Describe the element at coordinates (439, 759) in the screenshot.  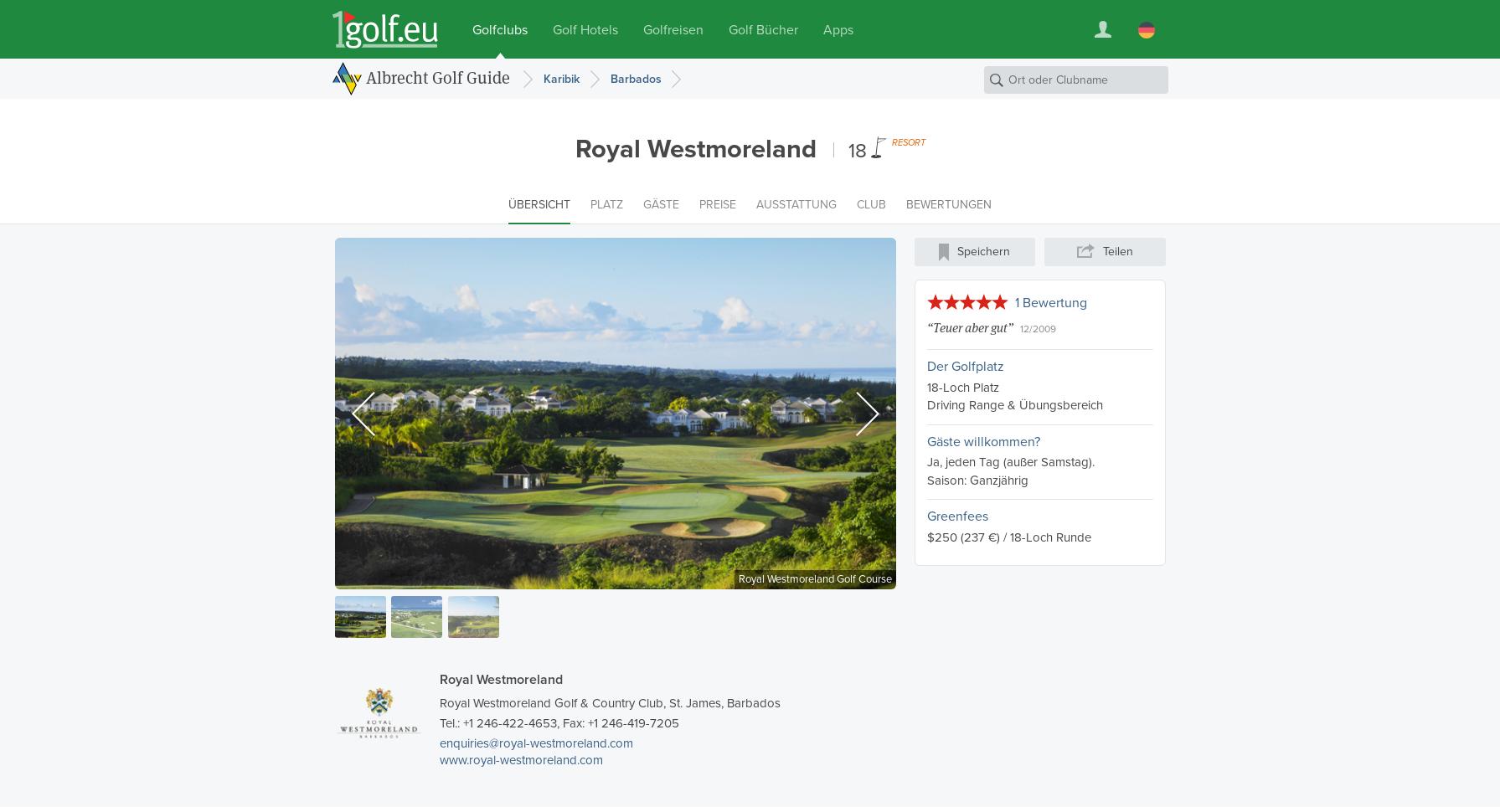
I see `'www.royal-westmoreland.com'` at that location.